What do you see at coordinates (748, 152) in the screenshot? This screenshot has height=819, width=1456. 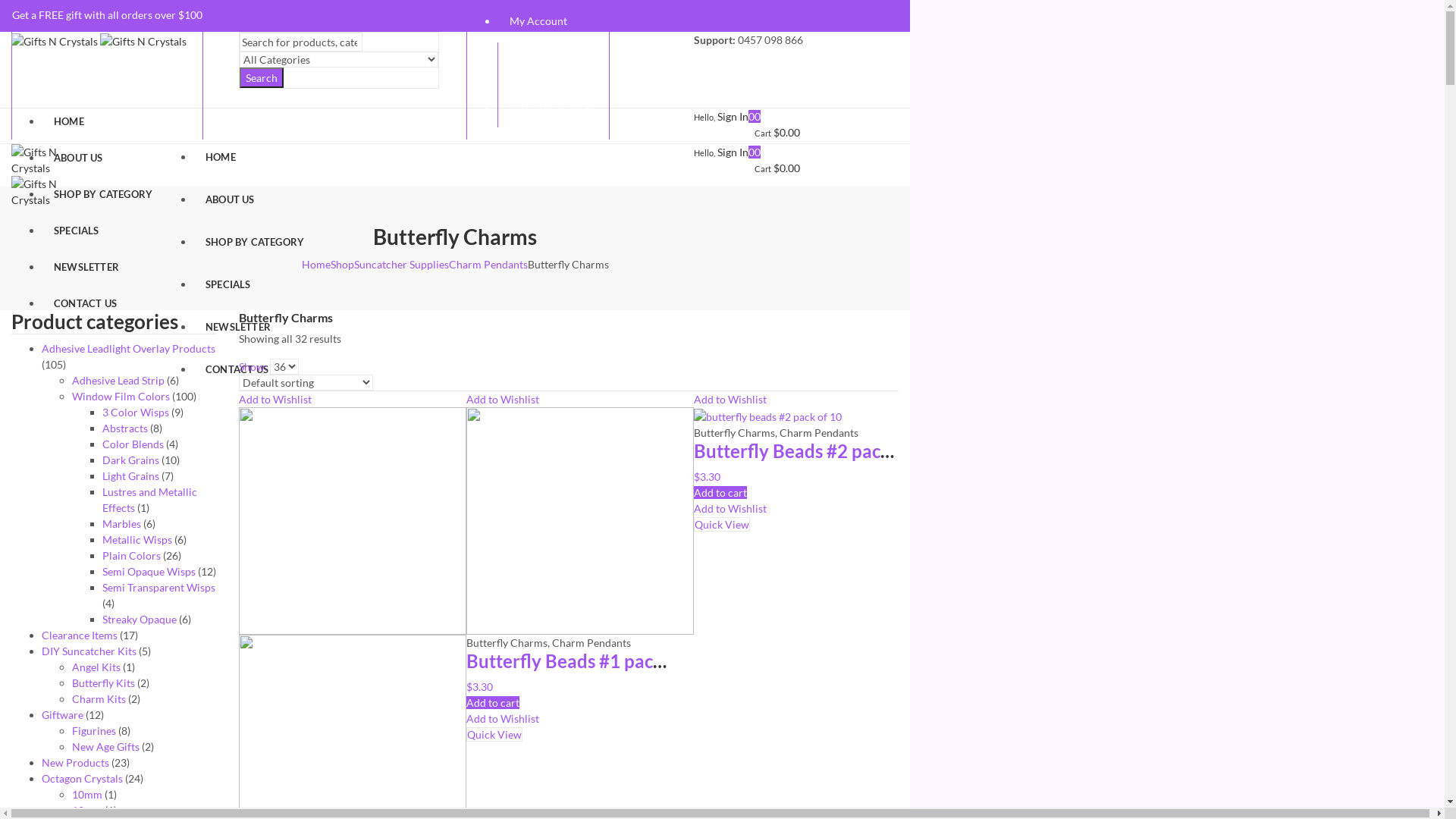 I see `'0'` at bounding box center [748, 152].